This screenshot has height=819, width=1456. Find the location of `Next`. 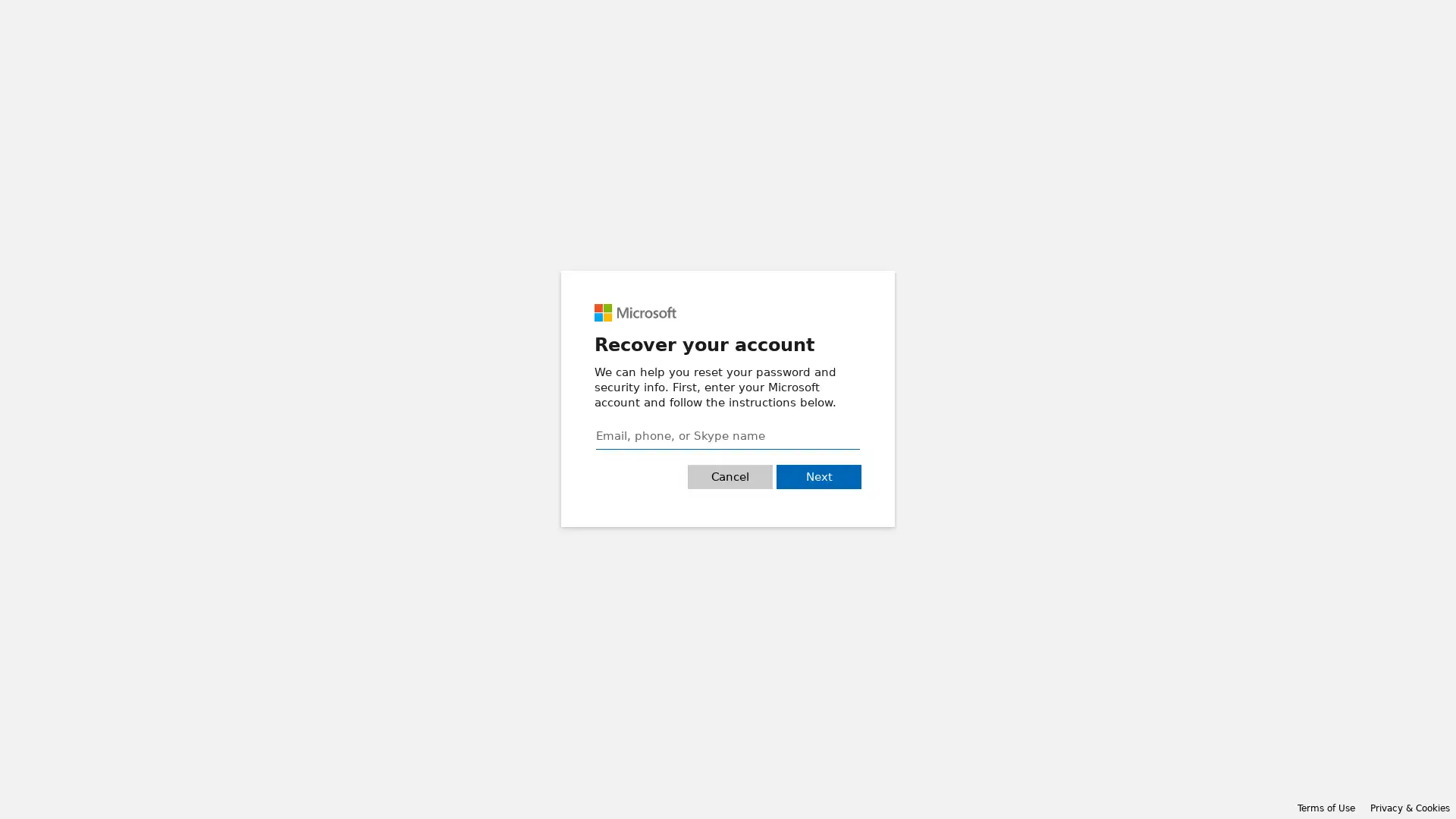

Next is located at coordinates (818, 475).